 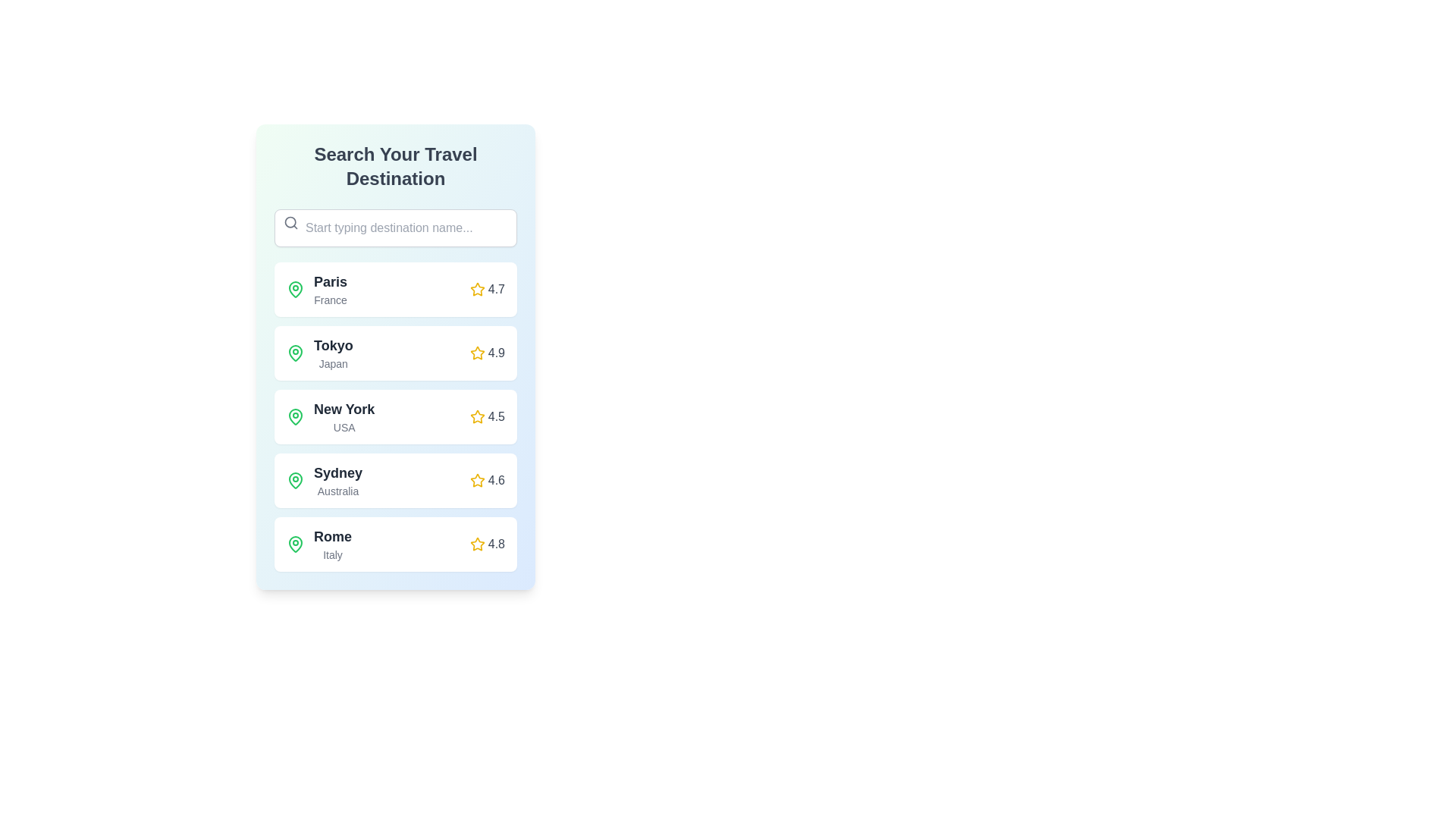 What do you see at coordinates (332, 536) in the screenshot?
I see `the text label displaying 'Rome', which is styled in bold dark gray and is located in the travel destination selection interface, above 'Italy' and to the right of the map pin icon` at bounding box center [332, 536].